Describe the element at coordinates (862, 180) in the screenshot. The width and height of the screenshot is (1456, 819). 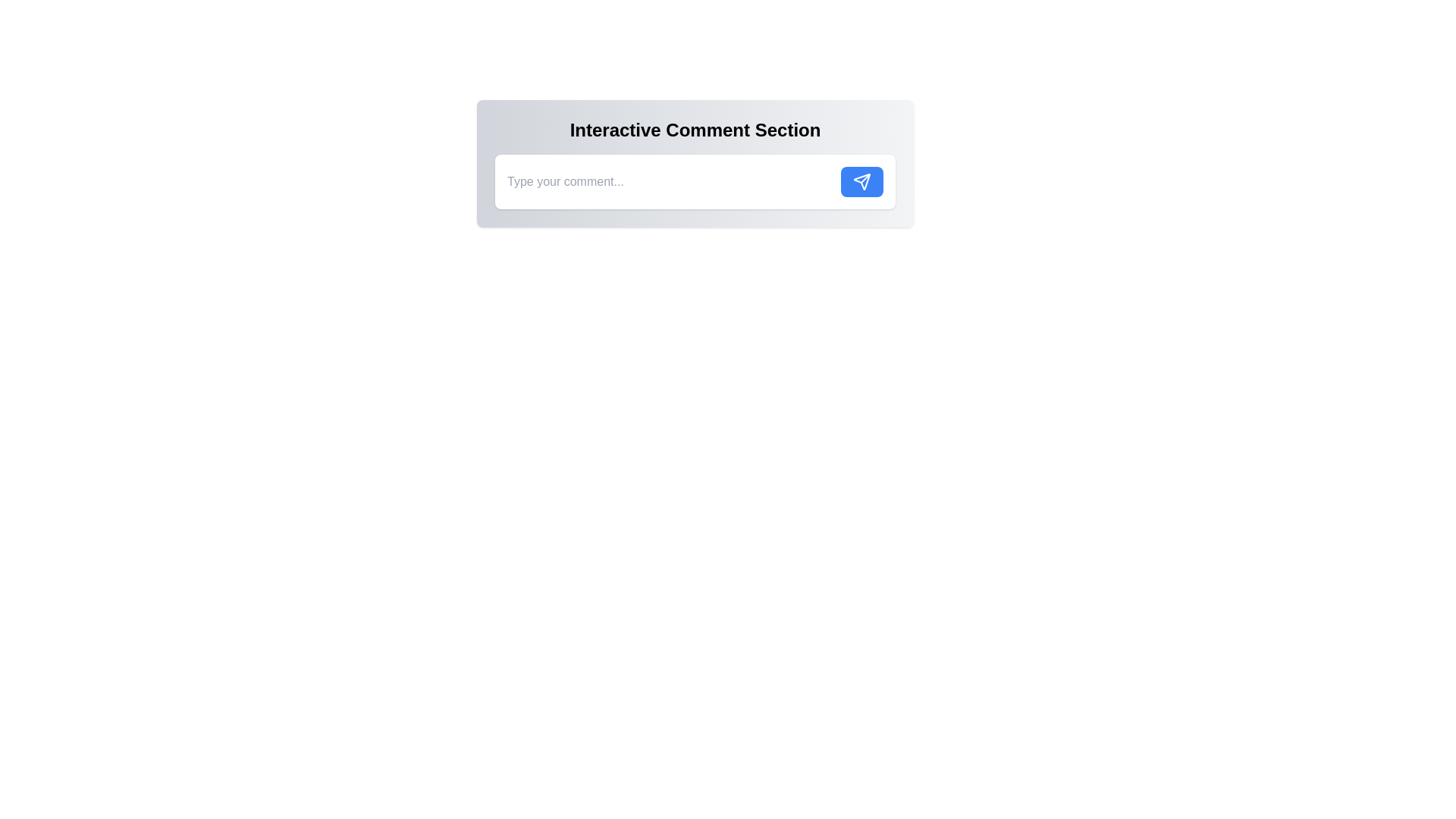
I see `the triangular arrow-like icon that suggests send or forward functionality, located on the right side of the text input box in the comment section` at that location.